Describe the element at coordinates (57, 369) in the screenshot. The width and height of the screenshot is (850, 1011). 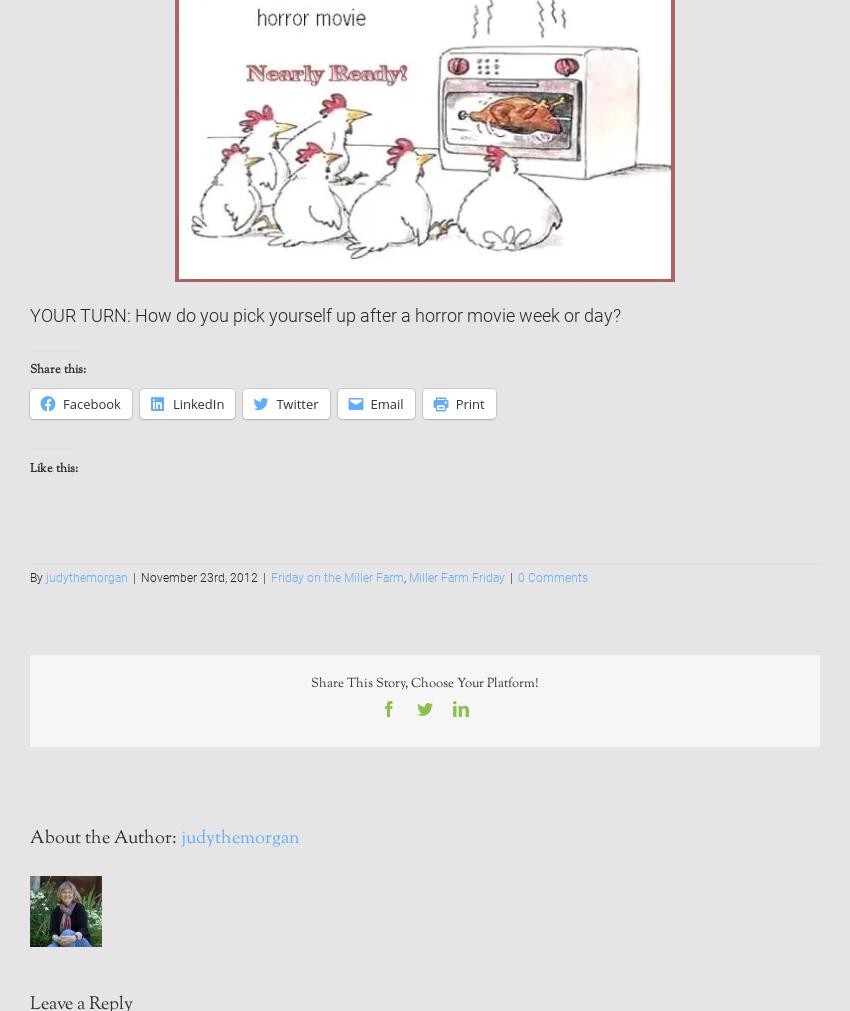
I see `'Share this:'` at that location.